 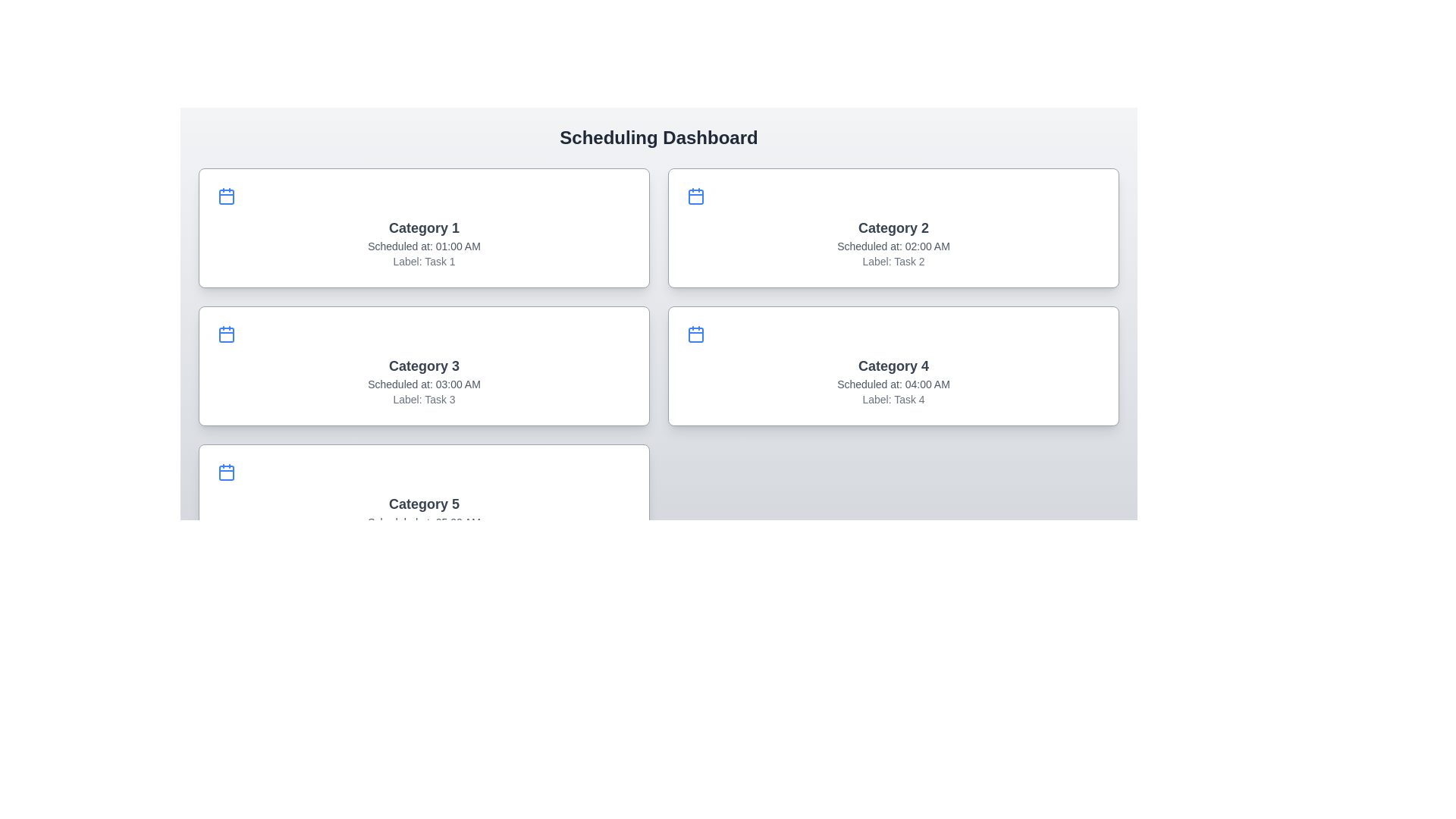 What do you see at coordinates (424, 383) in the screenshot?
I see `text label displaying 'Scheduled at: 03:00 AM' located inside the 'Category 3' card, positioned between 'Category 3' and 'Label: Task 3'` at bounding box center [424, 383].